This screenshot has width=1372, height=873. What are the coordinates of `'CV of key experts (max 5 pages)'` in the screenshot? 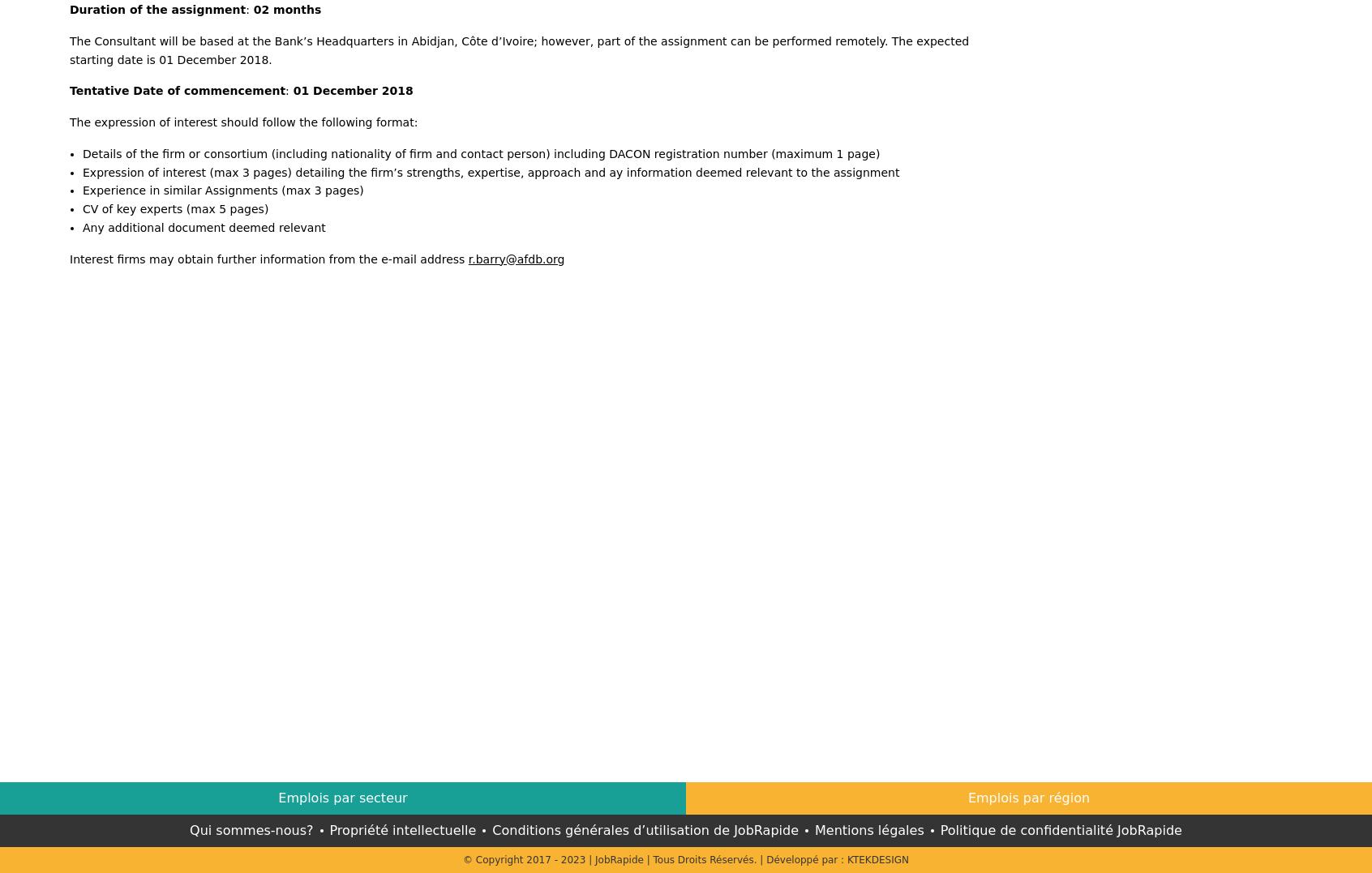 It's located at (83, 208).